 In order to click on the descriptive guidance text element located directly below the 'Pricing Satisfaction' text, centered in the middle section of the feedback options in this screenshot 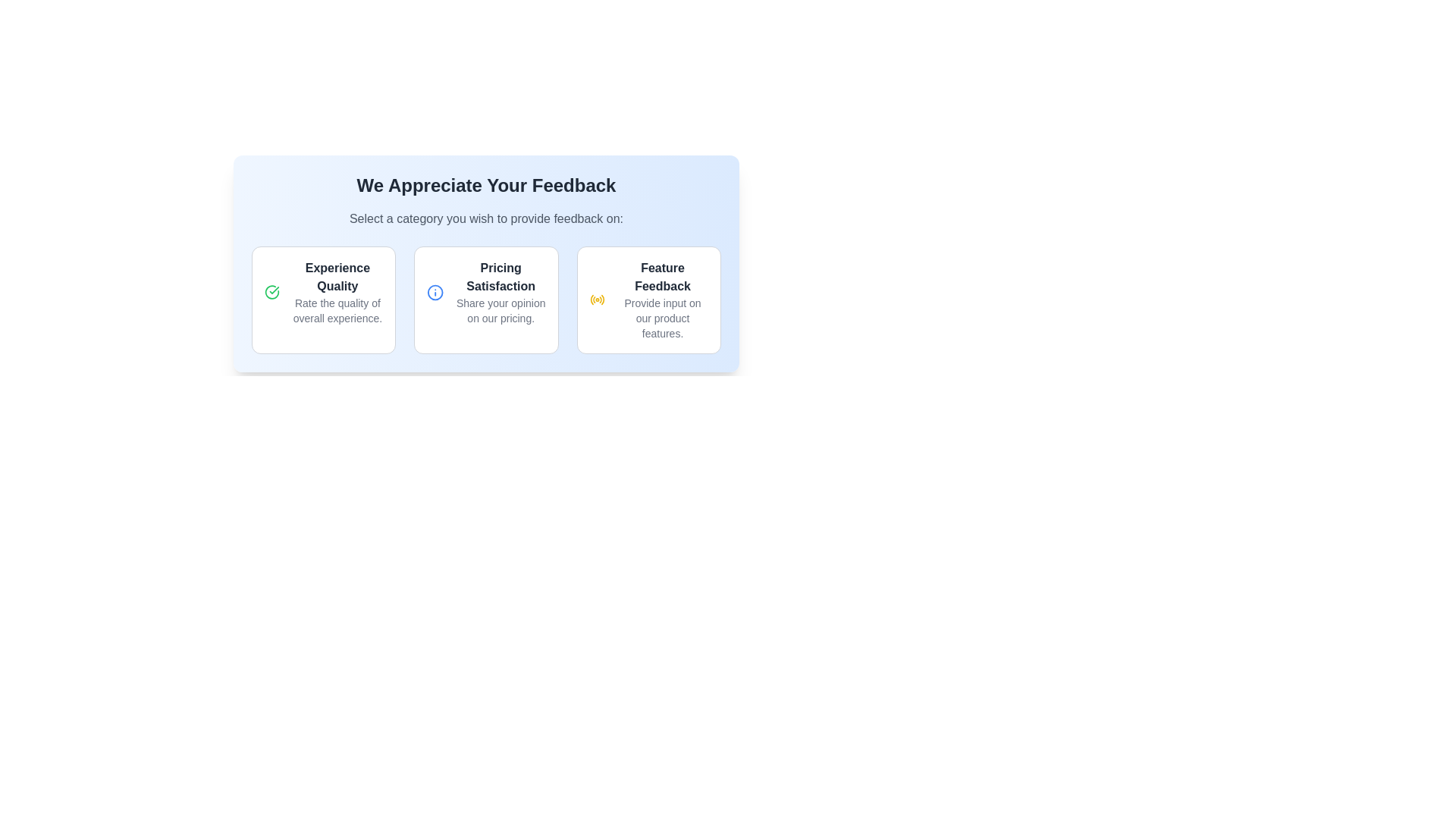, I will do `click(500, 309)`.